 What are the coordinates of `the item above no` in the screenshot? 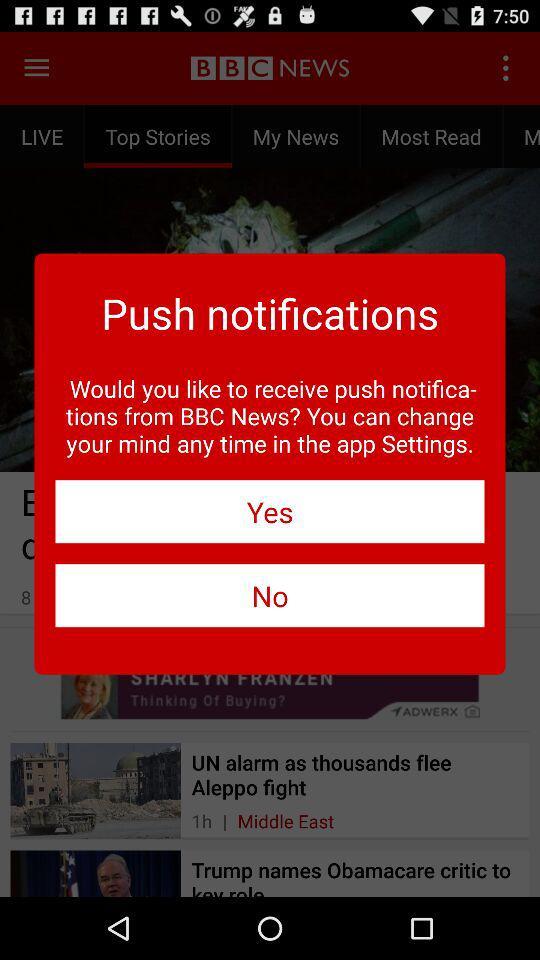 It's located at (270, 510).